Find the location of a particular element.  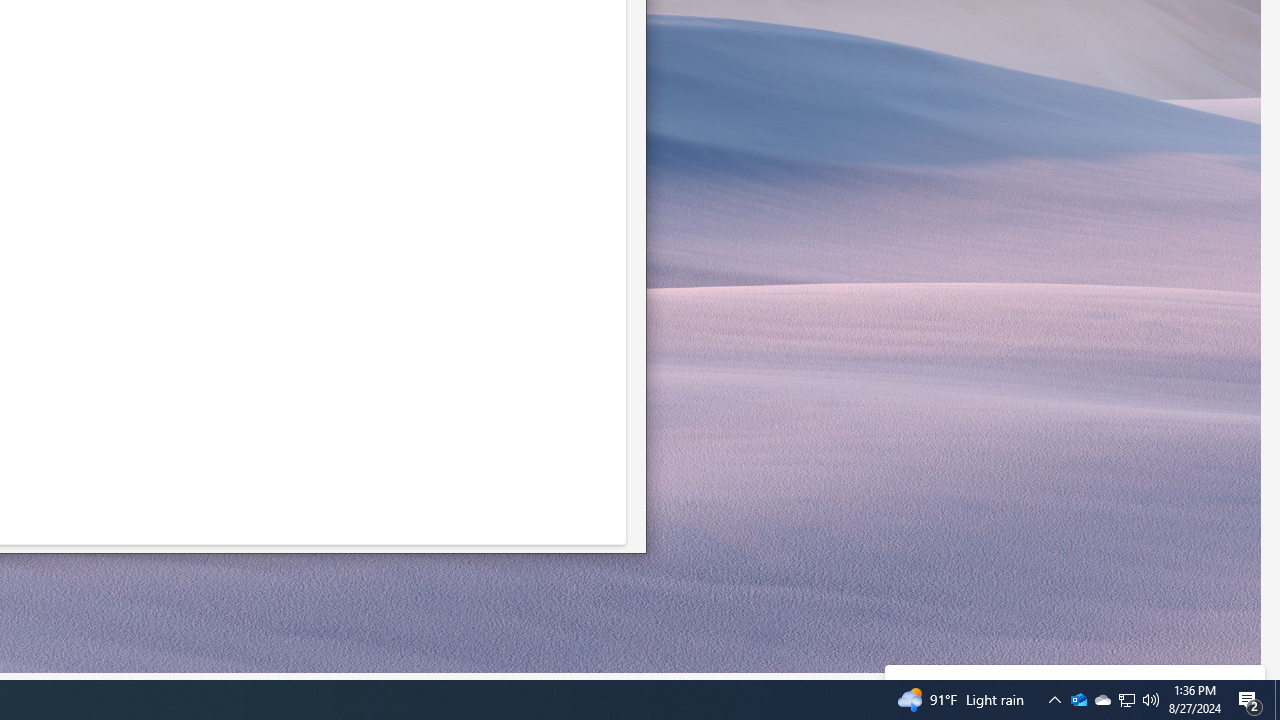

'Q2790: 100%' is located at coordinates (1078, 698).